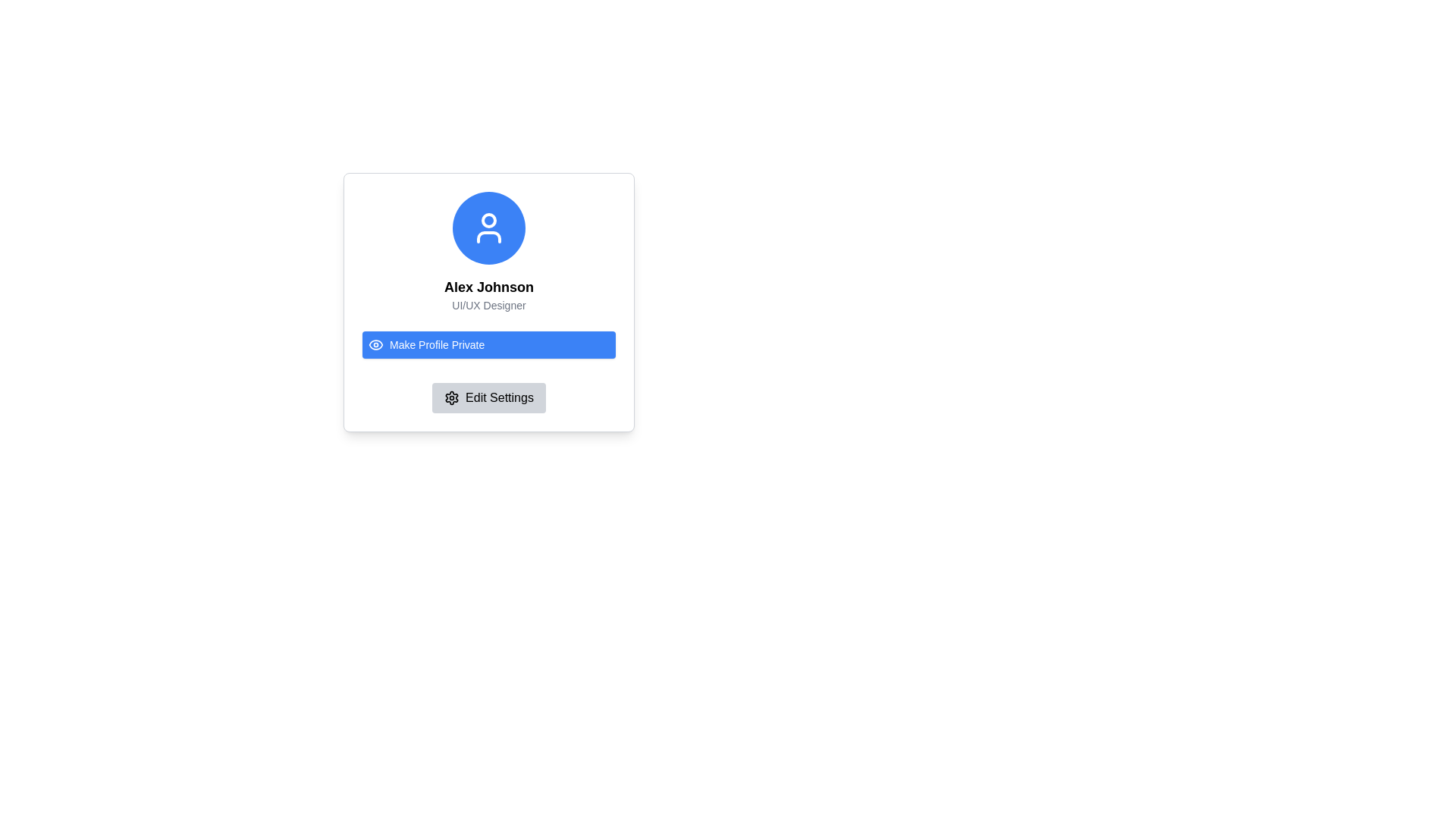 The height and width of the screenshot is (819, 1456). I want to click on the settings edit button located at the bottom of the content card to observe a background color change, so click(488, 397).